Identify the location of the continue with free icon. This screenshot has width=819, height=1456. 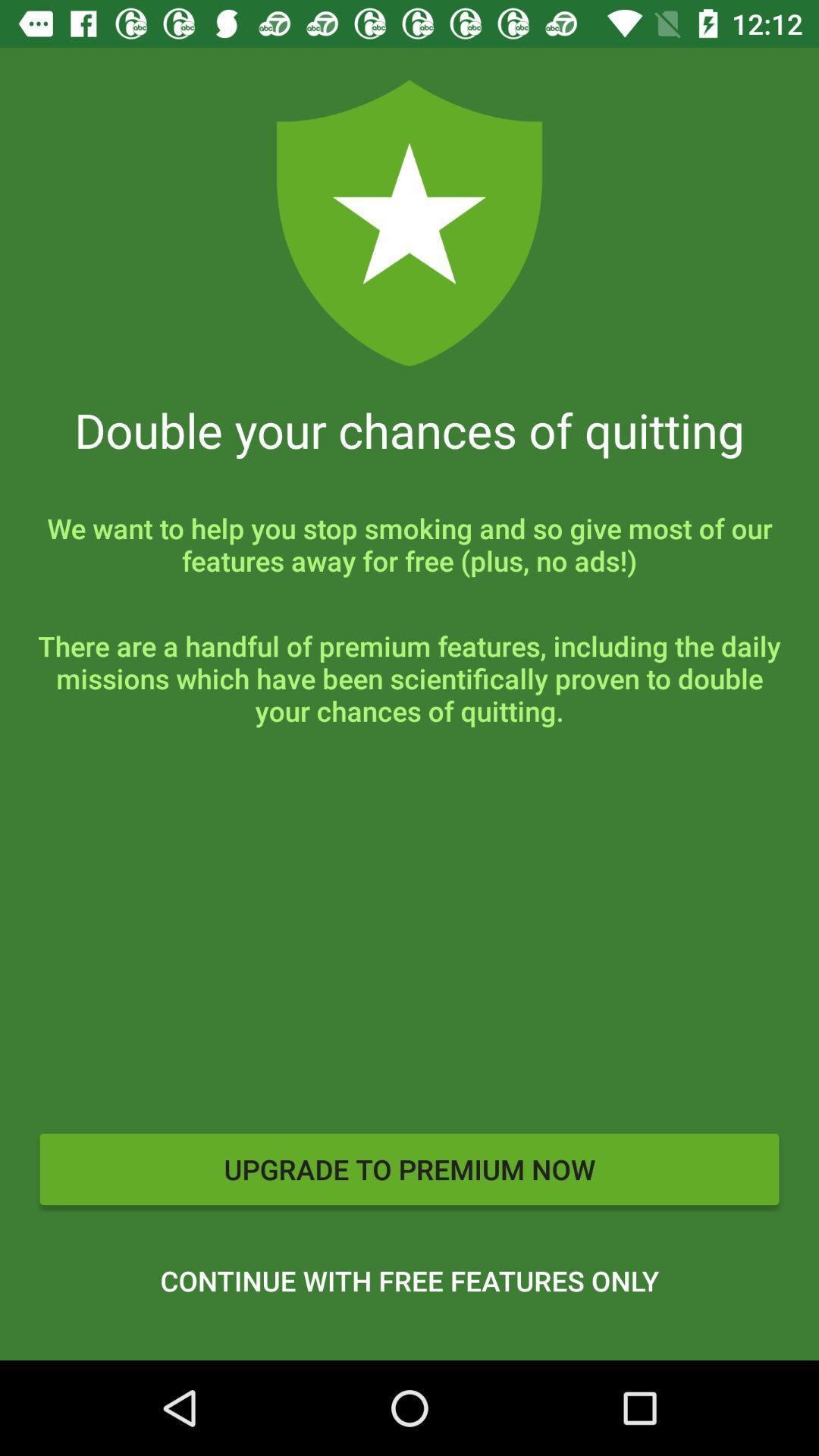
(409, 1280).